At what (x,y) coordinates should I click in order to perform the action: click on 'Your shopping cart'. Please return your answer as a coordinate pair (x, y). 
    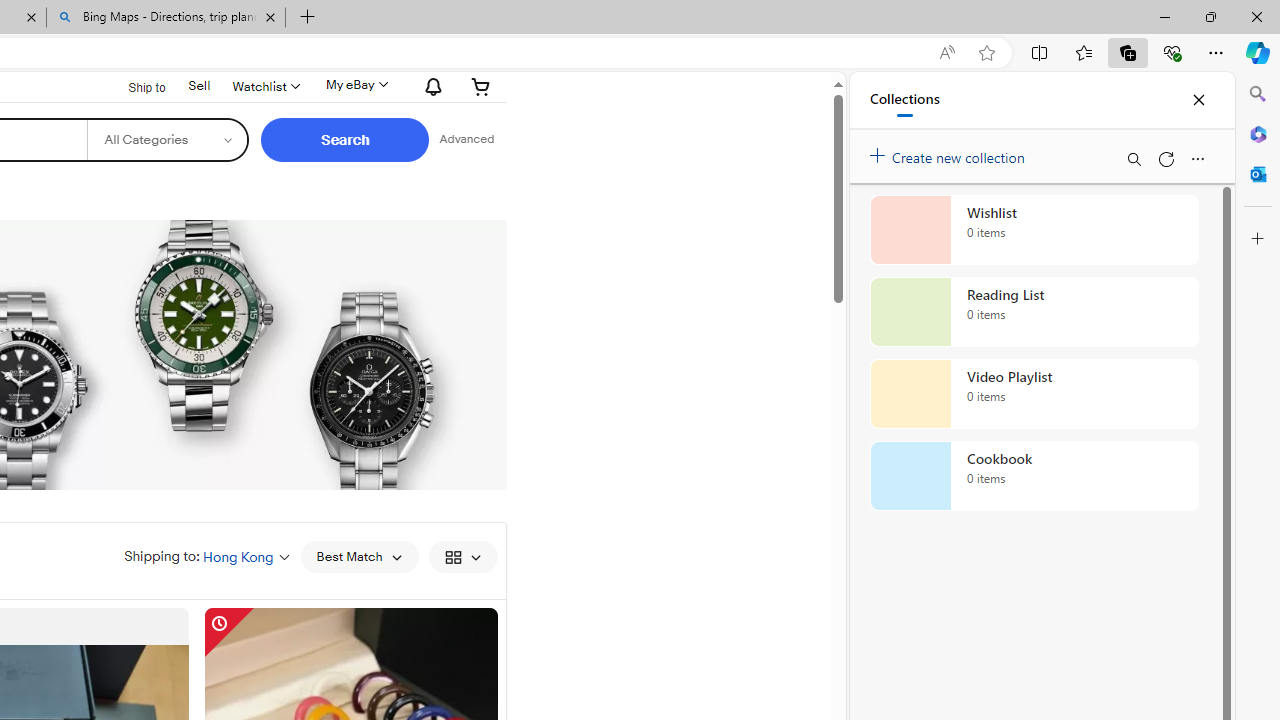
    Looking at the image, I should click on (481, 85).